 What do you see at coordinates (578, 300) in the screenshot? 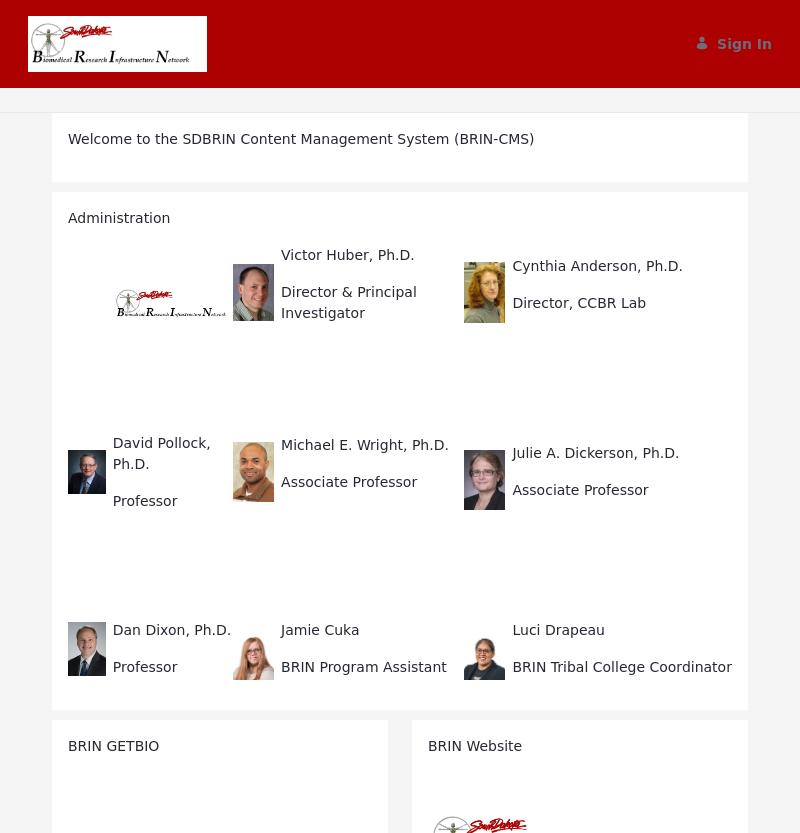
I see `'Director, CCBR Lab'` at bounding box center [578, 300].